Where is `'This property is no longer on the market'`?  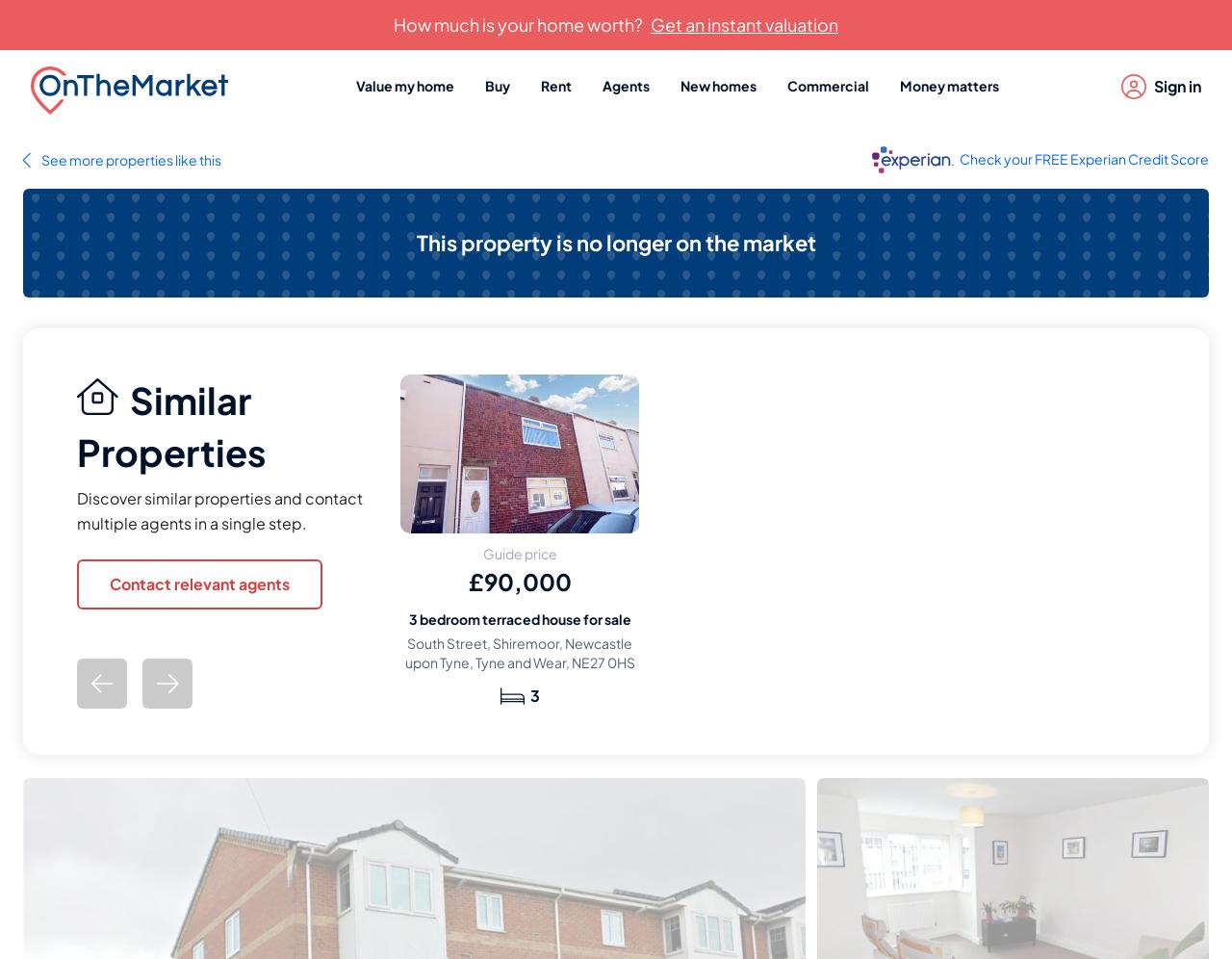 'This property is no longer on the market' is located at coordinates (614, 242).